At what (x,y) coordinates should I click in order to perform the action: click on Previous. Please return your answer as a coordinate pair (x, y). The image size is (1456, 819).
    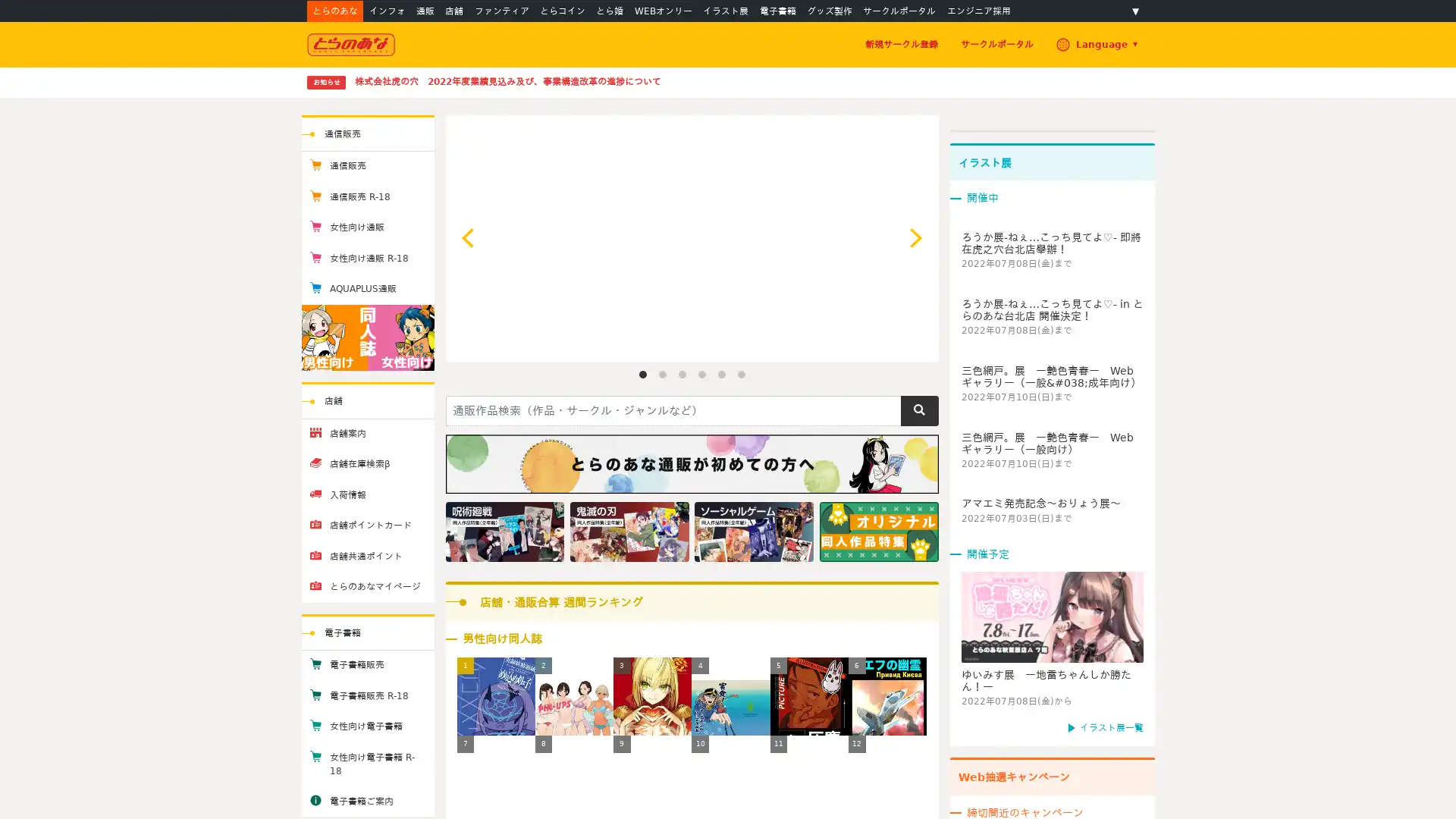
    Looking at the image, I should click on (469, 237).